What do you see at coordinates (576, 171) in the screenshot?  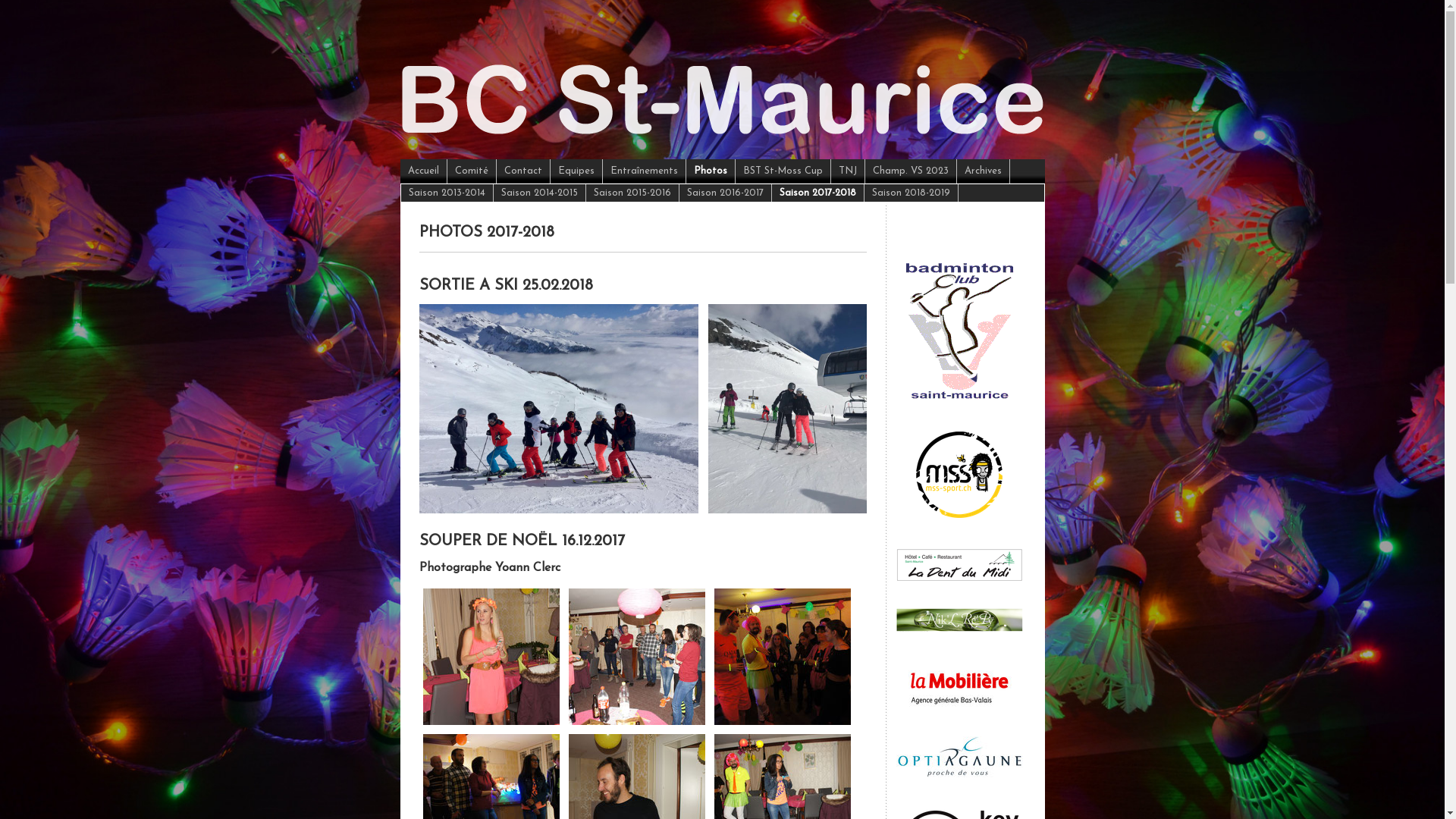 I see `'Equipes'` at bounding box center [576, 171].